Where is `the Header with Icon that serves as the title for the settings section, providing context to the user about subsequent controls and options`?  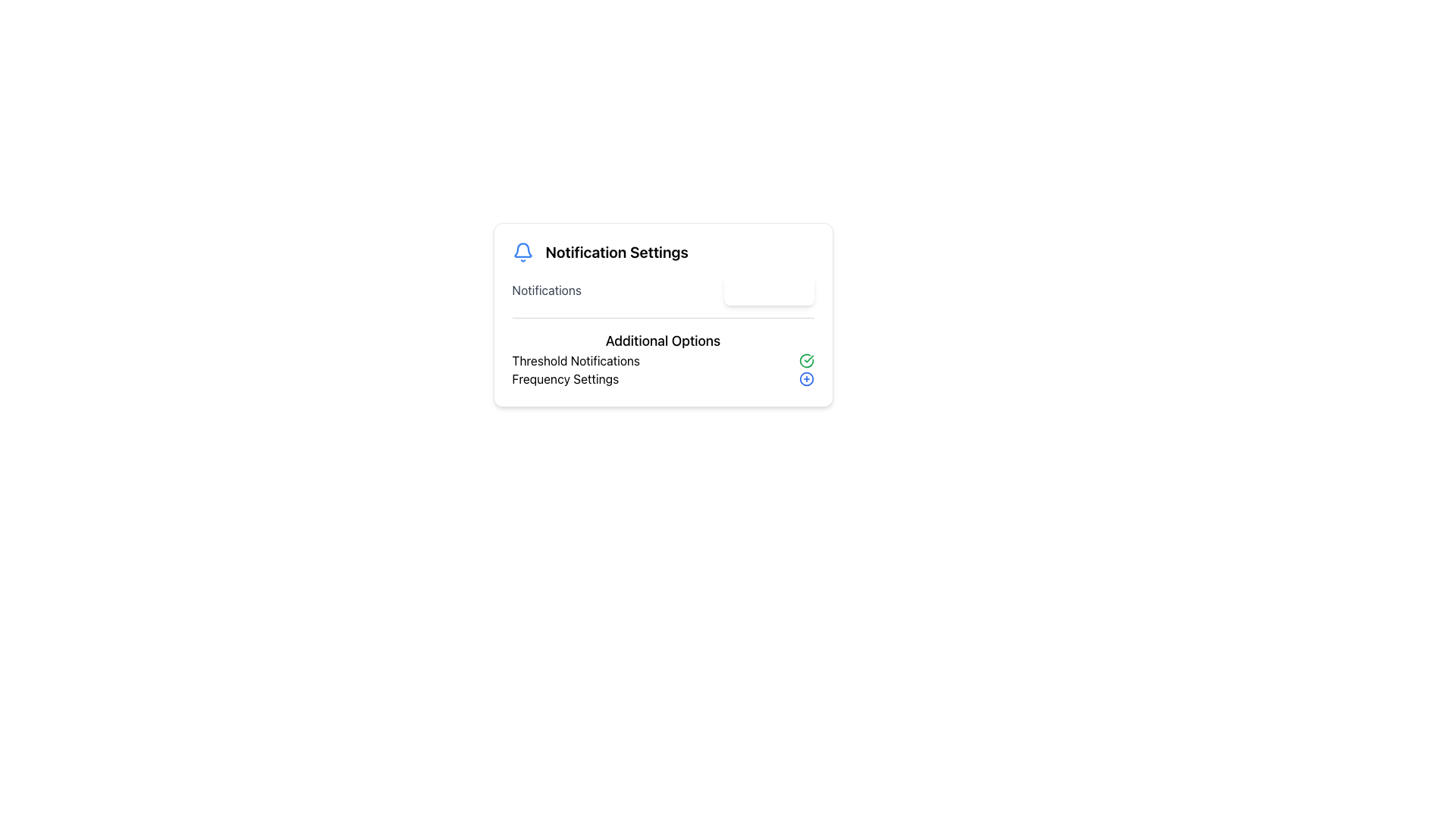 the Header with Icon that serves as the title for the settings section, providing context to the user about subsequent controls and options is located at coordinates (663, 251).